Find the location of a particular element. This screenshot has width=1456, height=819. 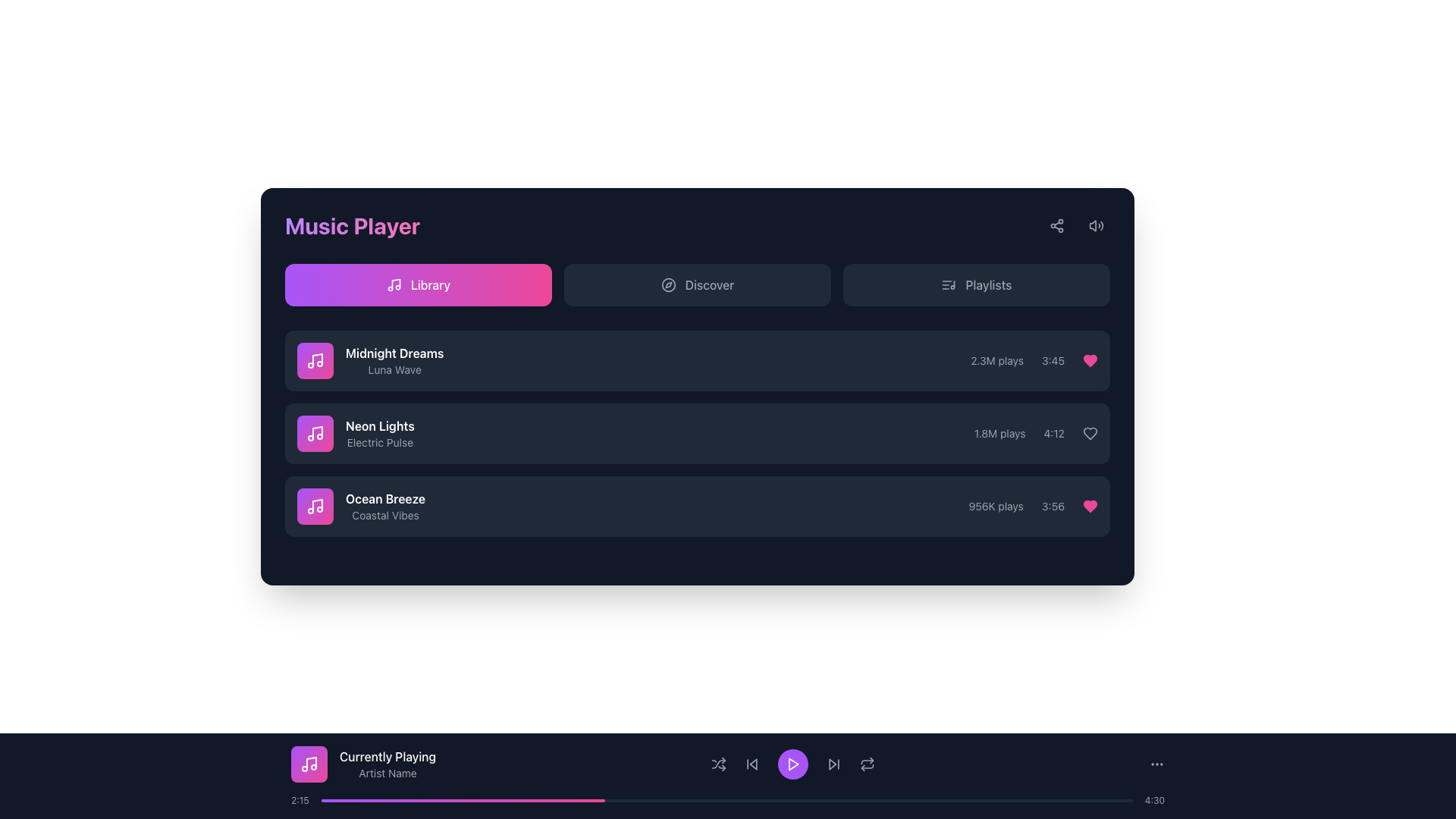

the text label that reads 'Currently Playing' displayed in white font, which is part of the footer section of the music player interface, located above the subtitle 'Artist Name' is located at coordinates (388, 757).